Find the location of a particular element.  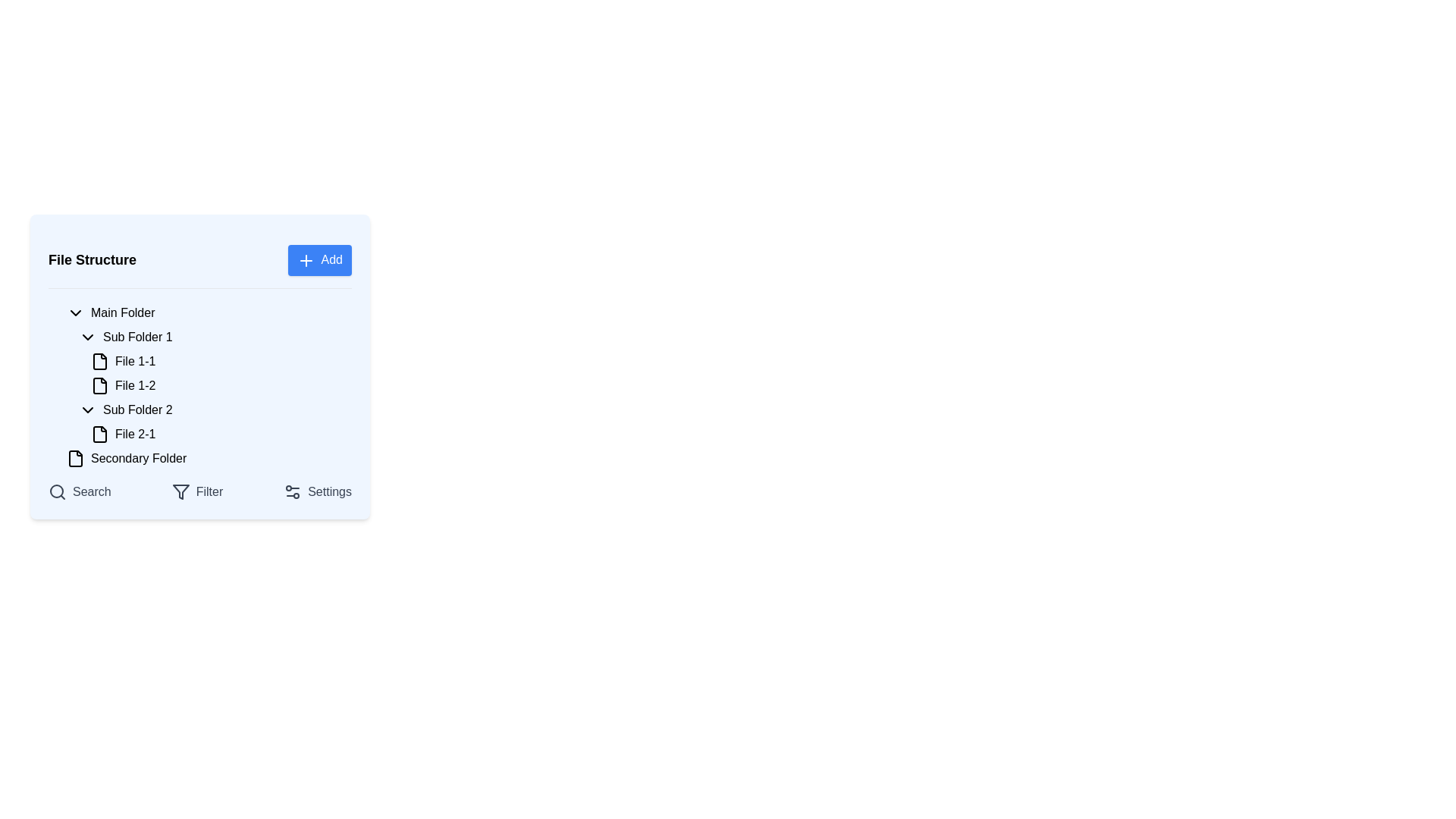

the list item named 'File 2-1' located under 'Sub Folder 2' is located at coordinates (211, 433).